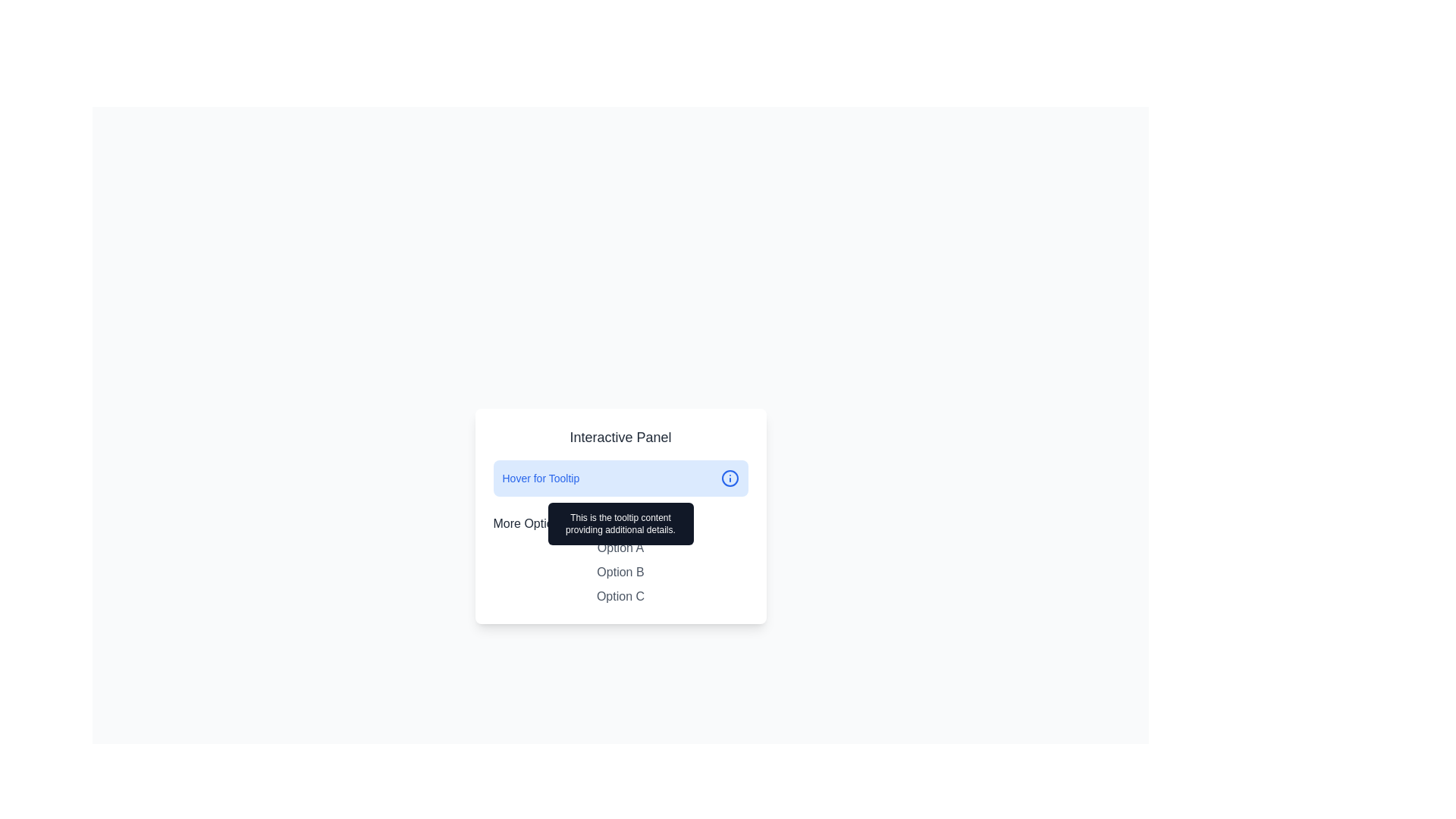  What do you see at coordinates (730, 479) in the screenshot?
I see `the icon located at the far-right of the blue rectangular button labeled 'Hover for Tooltip', which serves as a visual indicator for additional information or help` at bounding box center [730, 479].